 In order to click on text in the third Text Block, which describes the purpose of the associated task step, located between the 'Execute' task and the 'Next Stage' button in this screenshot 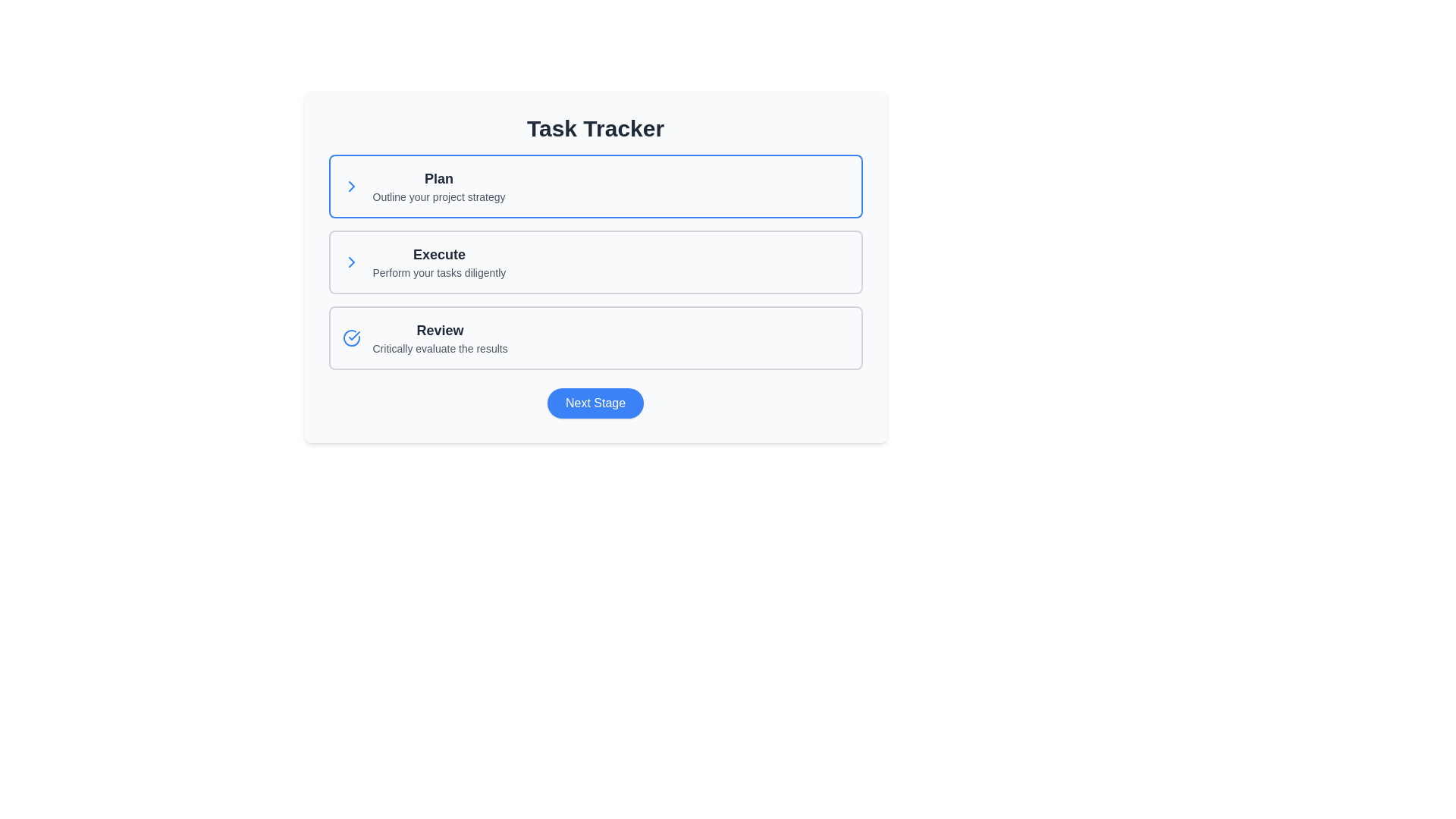, I will do `click(439, 337)`.